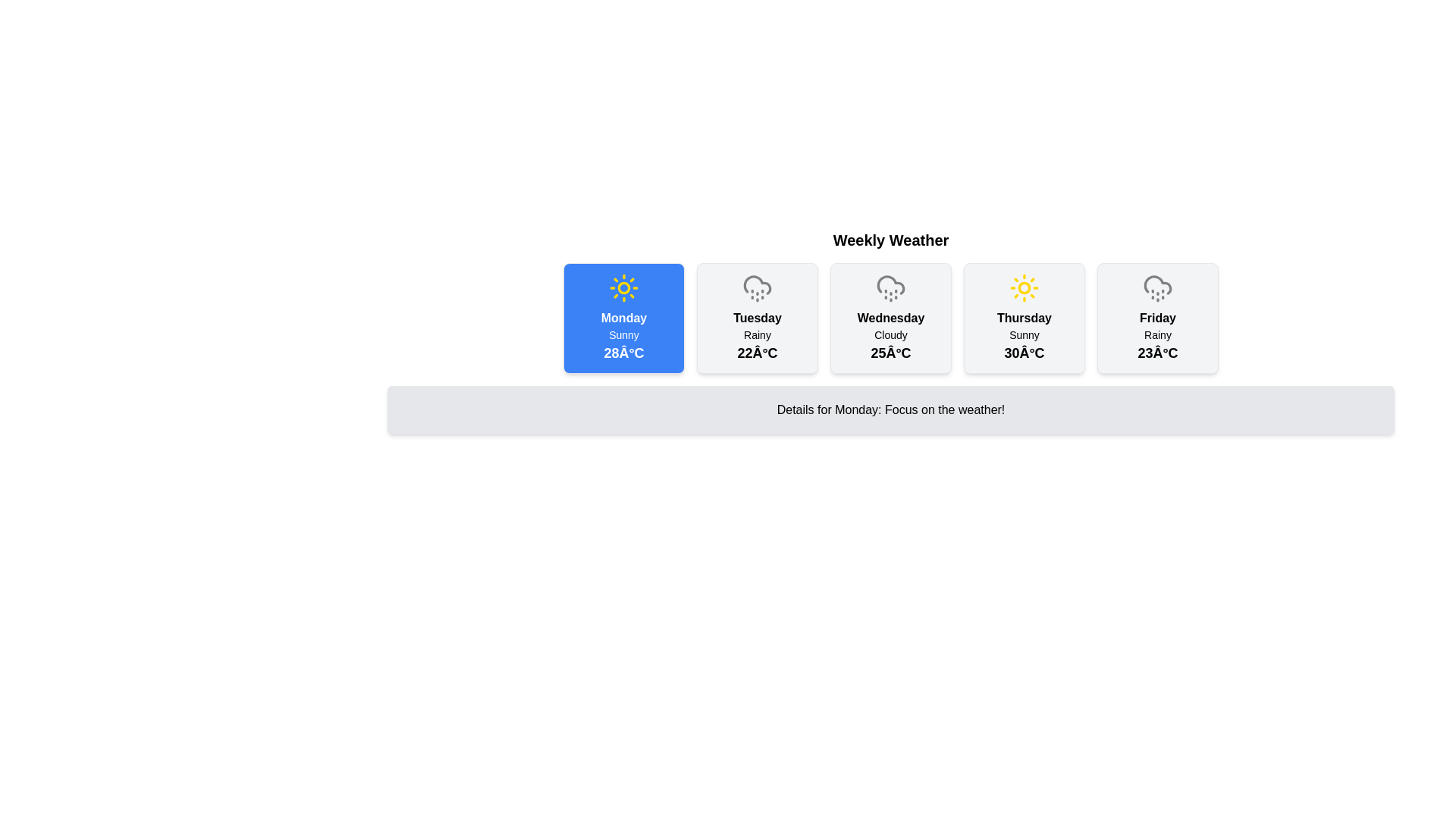 The height and width of the screenshot is (819, 1456). I want to click on the static text element displaying 'Wednesday' in bold font, which is located at the top of the third weather card from the left, above the texts 'Cloudy' and '25°C', so click(891, 318).